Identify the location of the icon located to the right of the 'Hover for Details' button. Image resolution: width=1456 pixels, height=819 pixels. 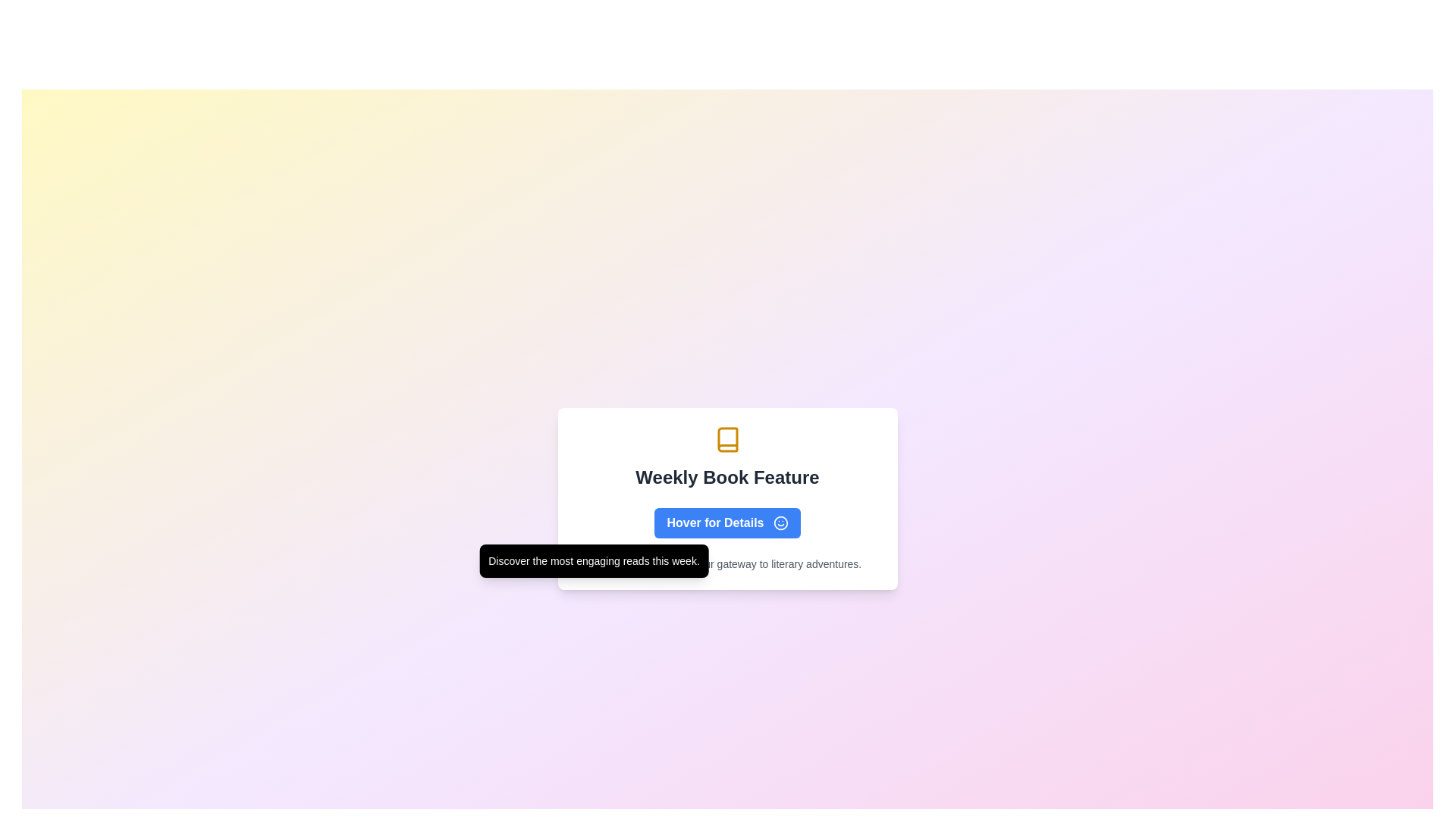
(780, 522).